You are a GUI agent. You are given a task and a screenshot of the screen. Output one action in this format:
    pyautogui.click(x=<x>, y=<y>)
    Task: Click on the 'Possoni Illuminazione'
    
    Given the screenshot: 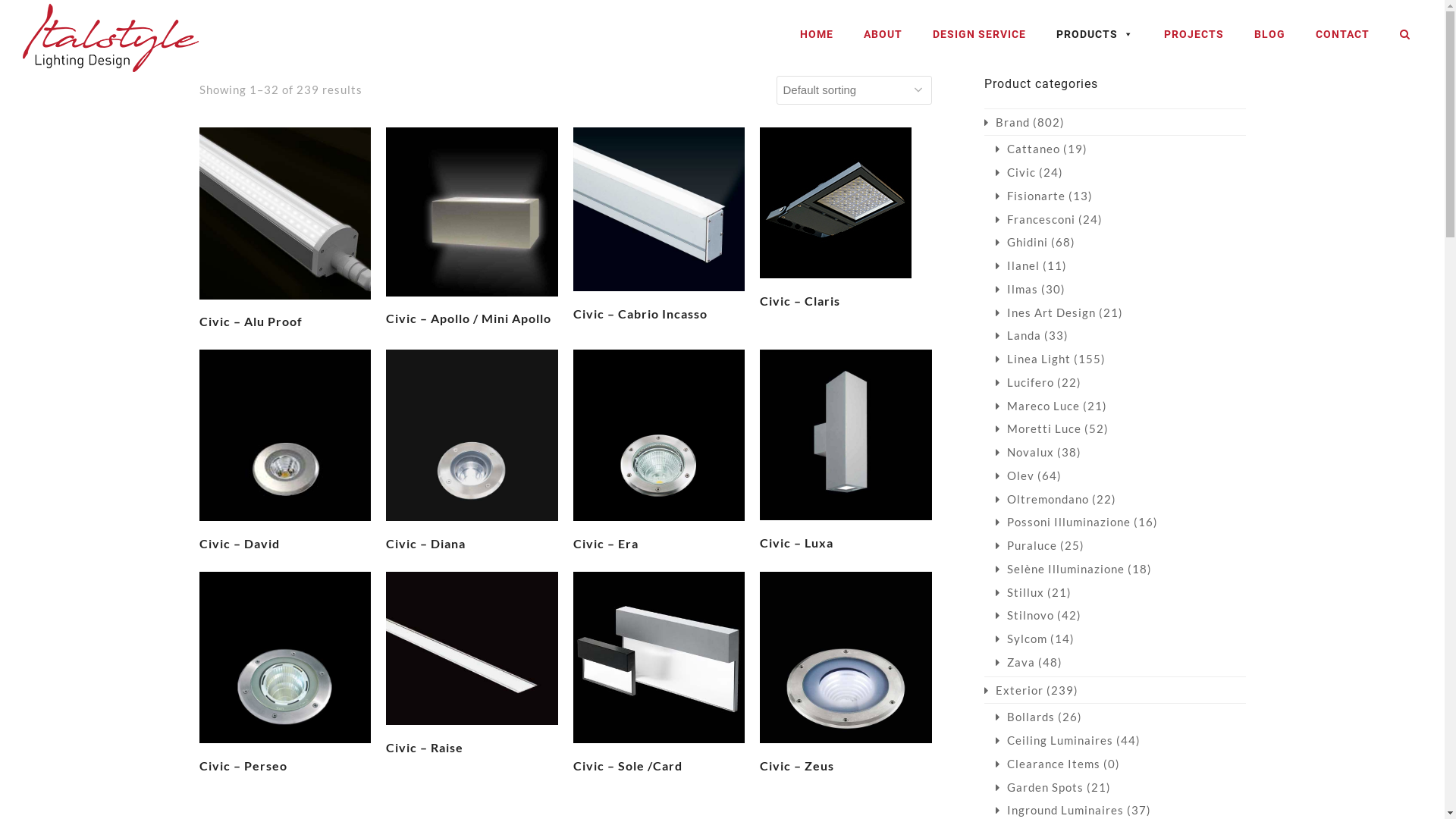 What is the action you would take?
    pyautogui.click(x=1062, y=520)
    